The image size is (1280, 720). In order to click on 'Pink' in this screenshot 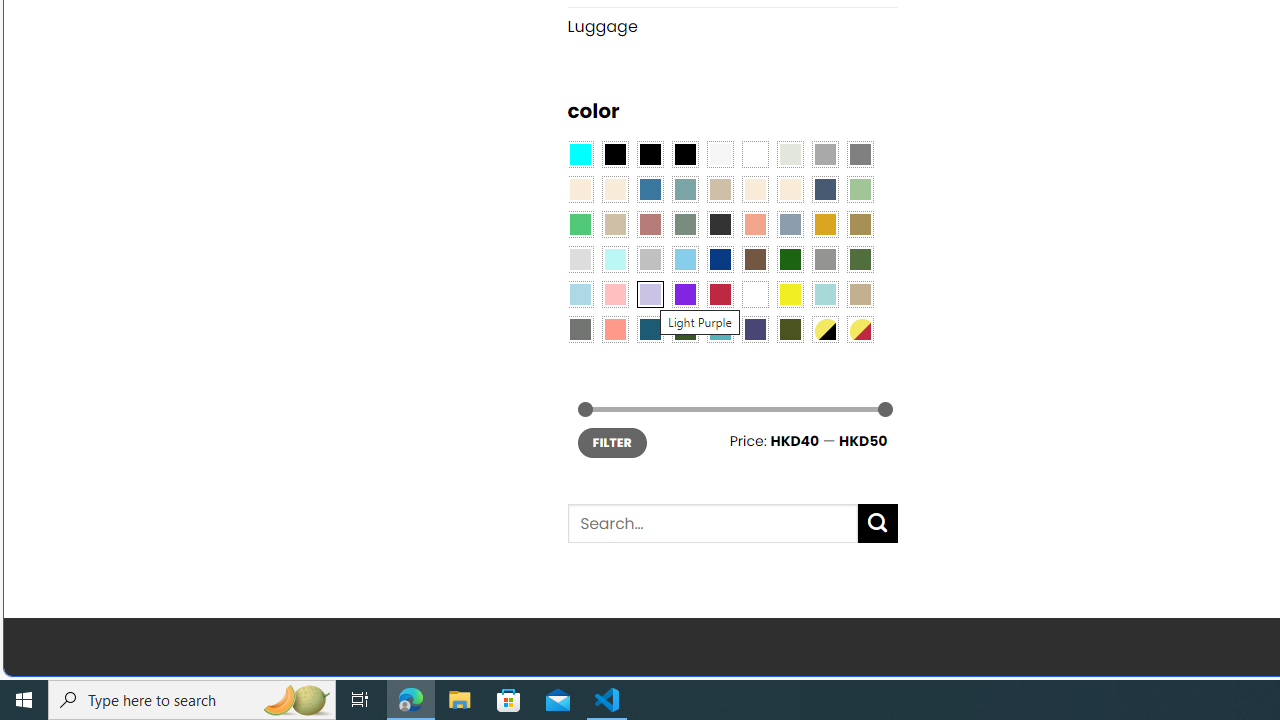, I will do `click(614, 295)`.